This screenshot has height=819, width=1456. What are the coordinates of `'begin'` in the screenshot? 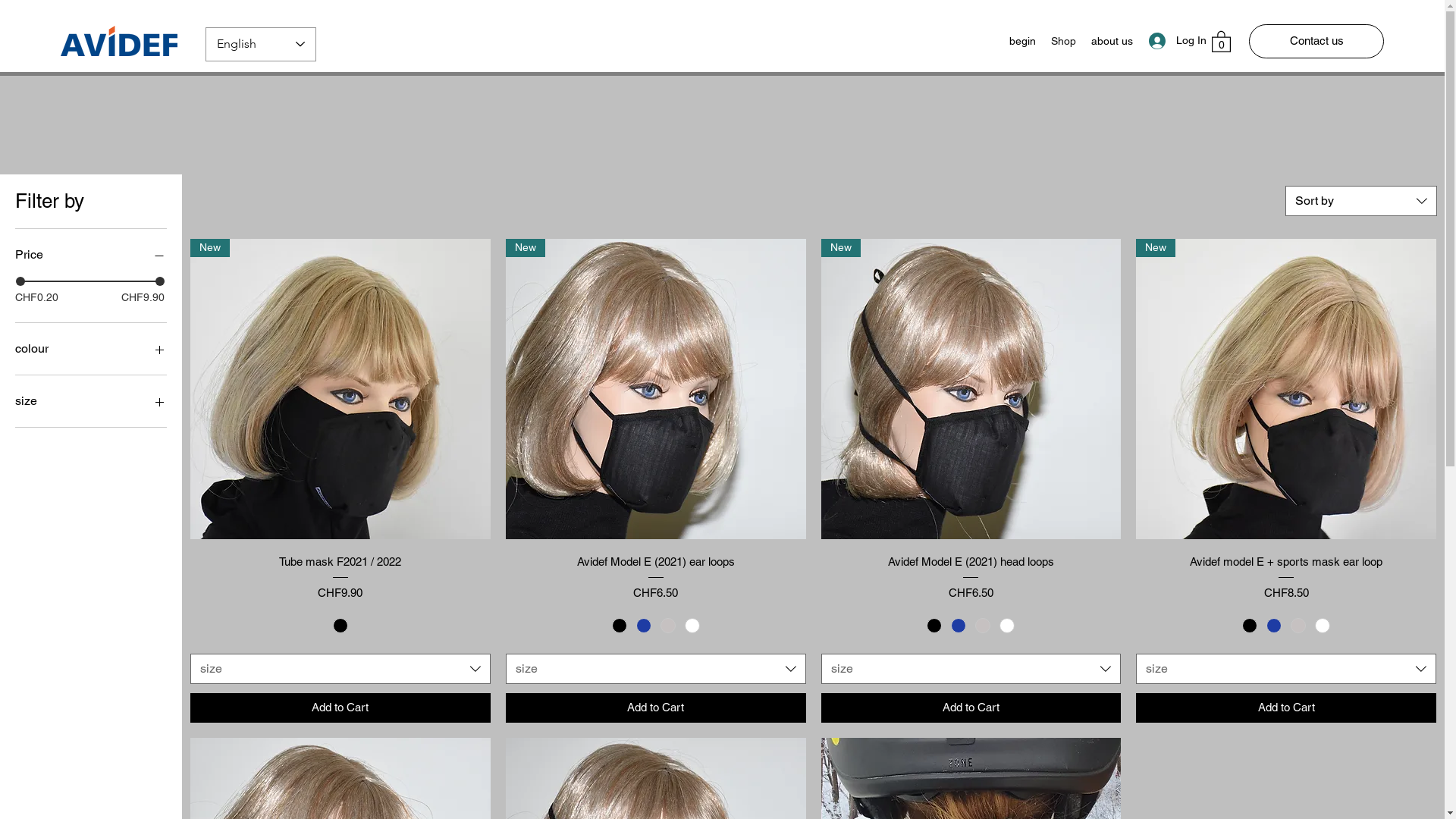 It's located at (1022, 40).